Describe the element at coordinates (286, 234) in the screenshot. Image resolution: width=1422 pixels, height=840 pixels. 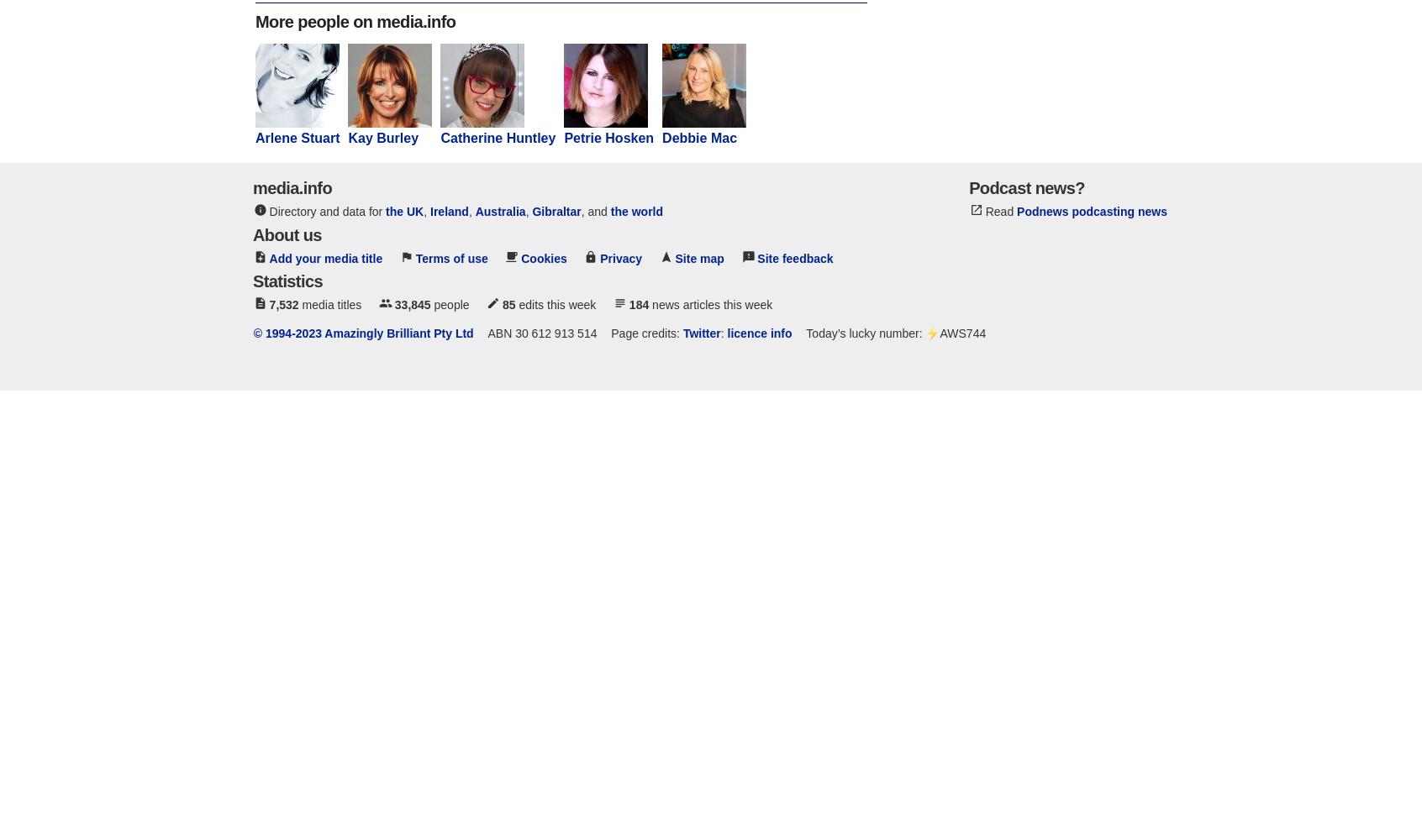
I see `'About us'` at that location.